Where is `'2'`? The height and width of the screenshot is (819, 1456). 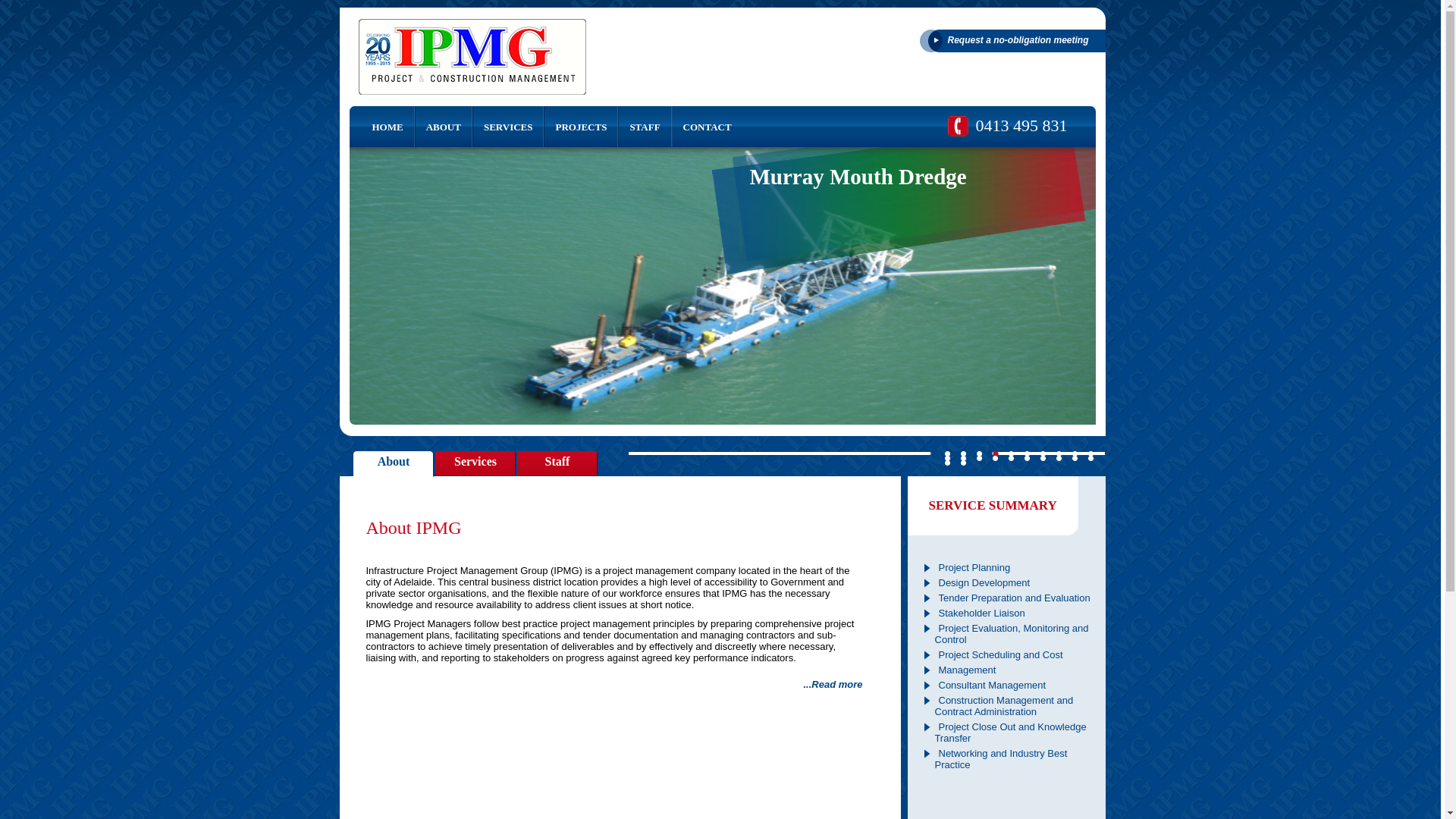 '2' is located at coordinates (962, 452).